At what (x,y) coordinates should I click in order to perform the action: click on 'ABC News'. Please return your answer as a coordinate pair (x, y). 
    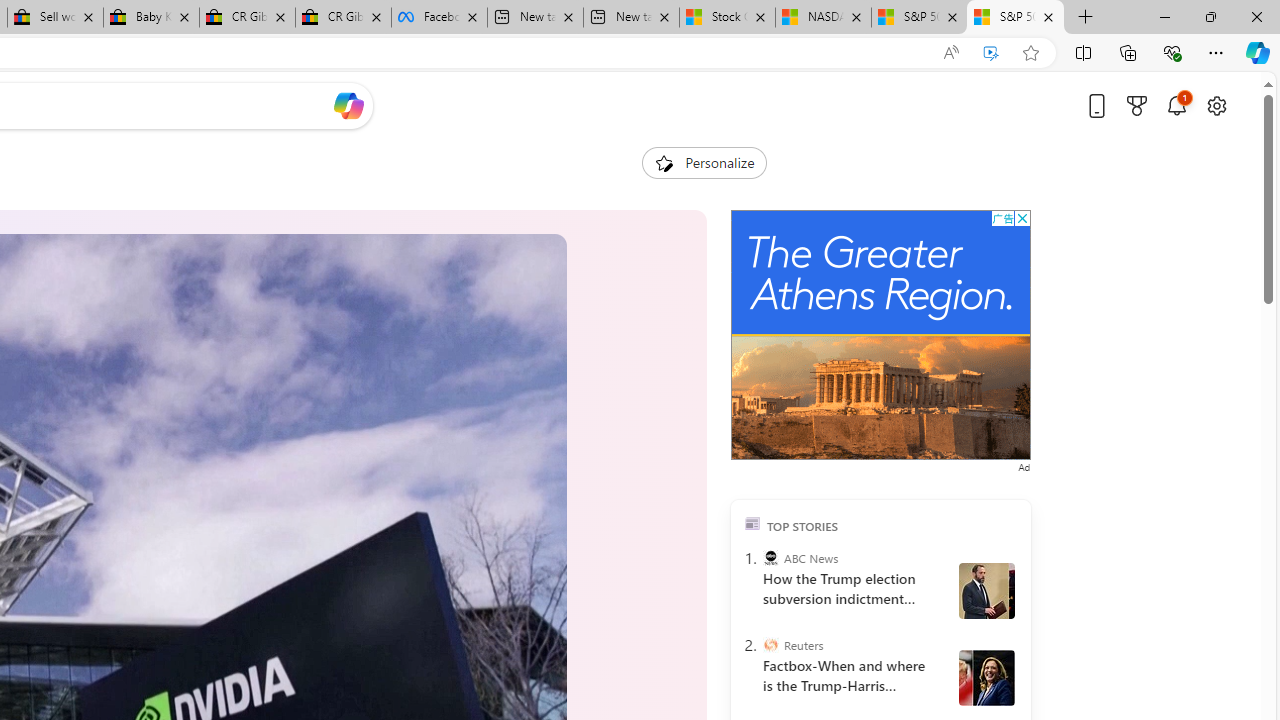
    Looking at the image, I should click on (769, 558).